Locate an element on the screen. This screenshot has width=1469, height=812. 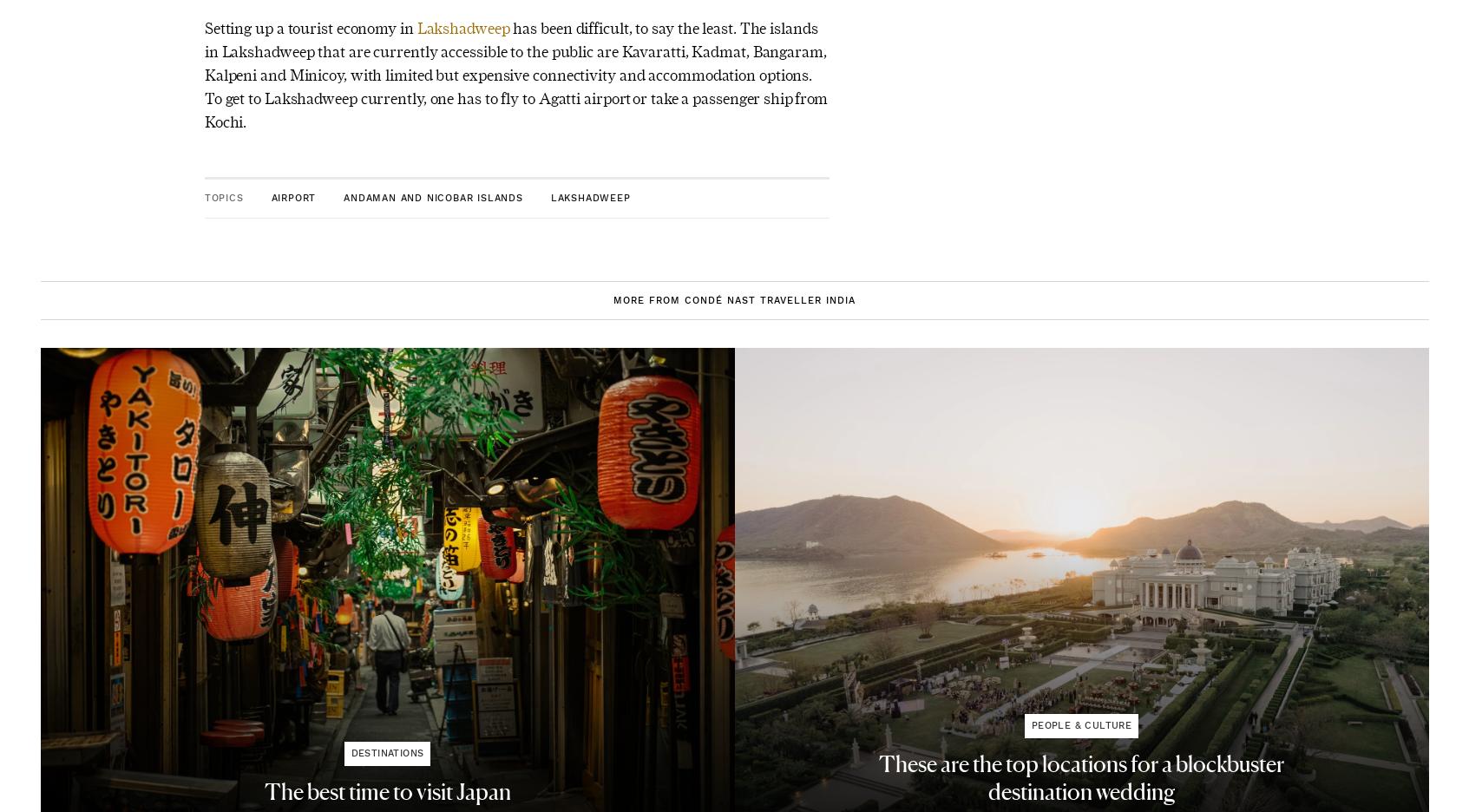
'ANDAMAN AND NICOBAR ISLANDS' is located at coordinates (432, 197).